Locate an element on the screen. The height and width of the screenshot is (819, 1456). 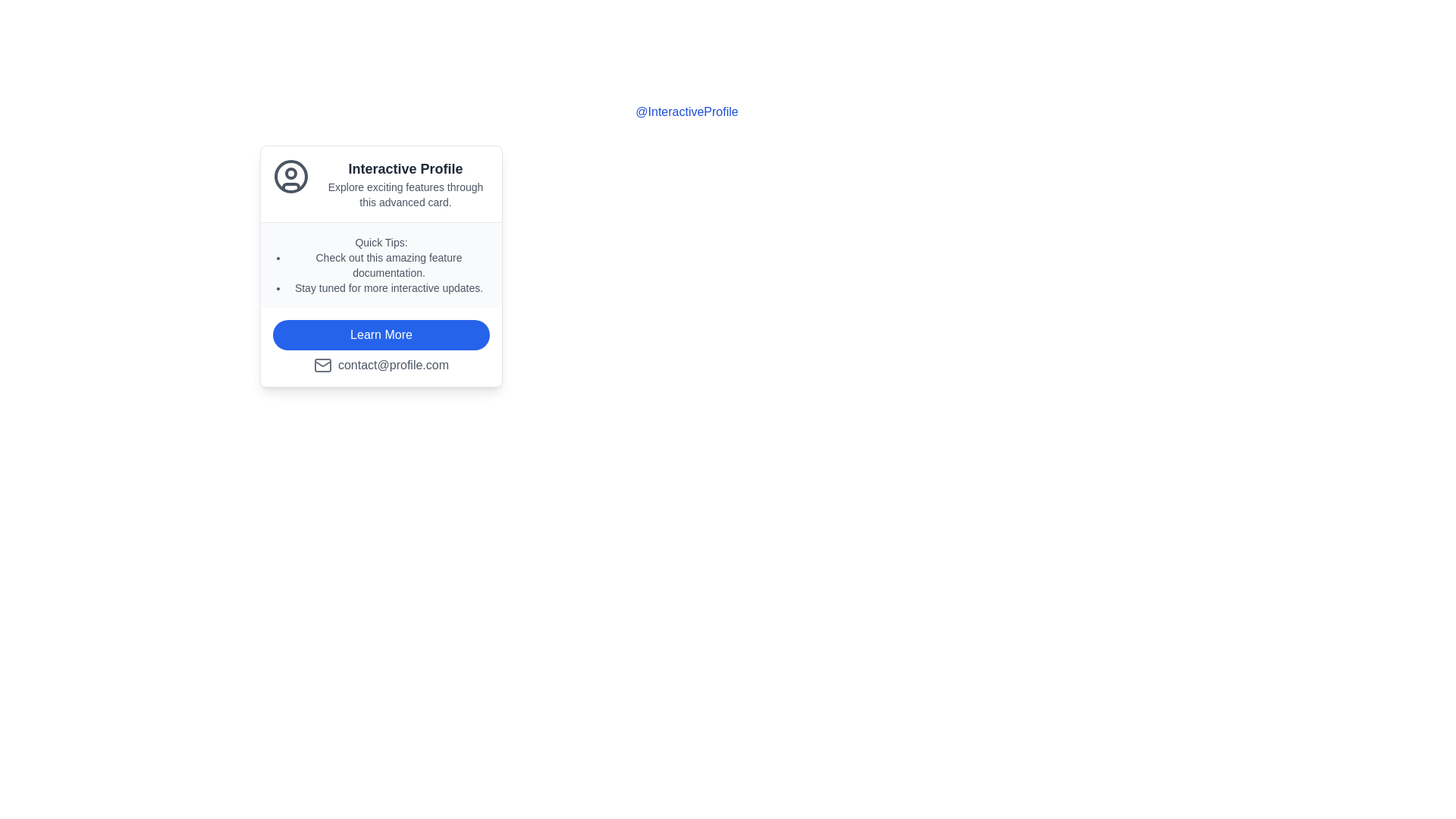
the informational section titled 'Quick Tips:' which contains a bulleted list of tips, located centrally within its card-style component is located at coordinates (381, 263).